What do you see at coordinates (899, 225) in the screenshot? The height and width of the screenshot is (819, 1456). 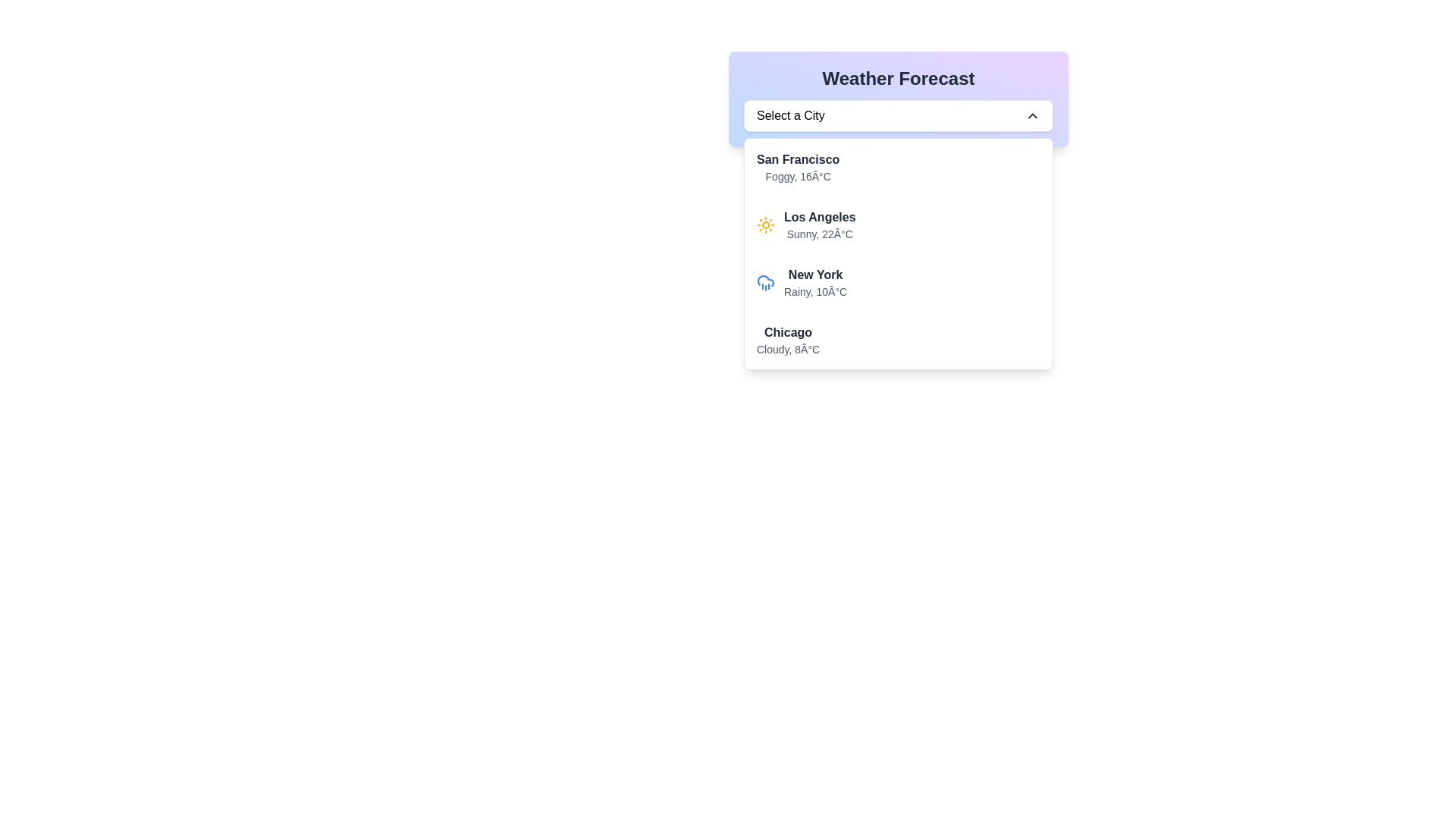 I see `the second selectable list item displaying weather information for Los Angeles` at bounding box center [899, 225].